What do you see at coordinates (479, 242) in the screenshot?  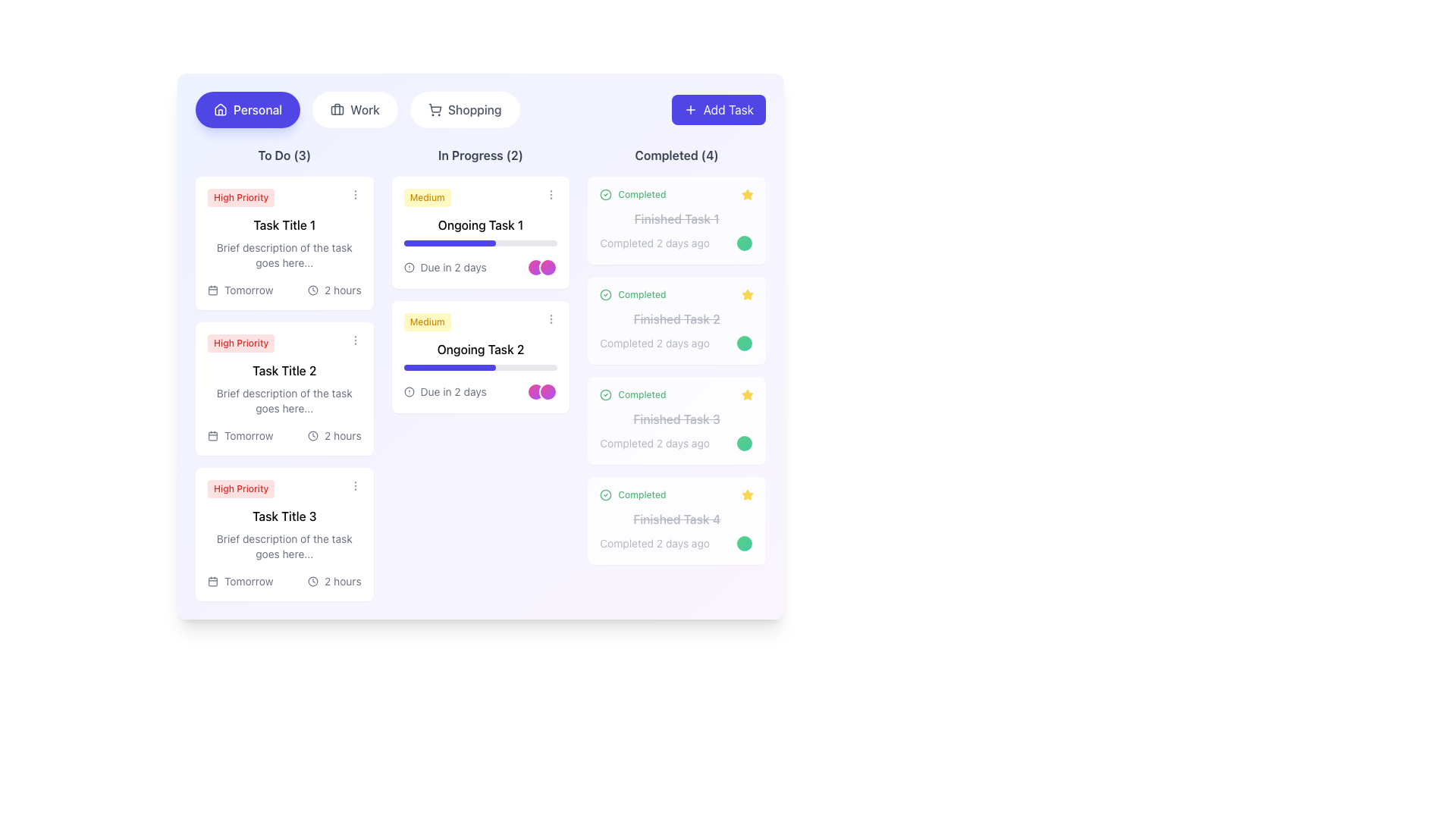 I see `the Progress bar located within the card labeled 'Ongoing Task 1' in the 'In Progress' column, positioned under the task title and above the 'Due in 2 days' text` at bounding box center [479, 242].